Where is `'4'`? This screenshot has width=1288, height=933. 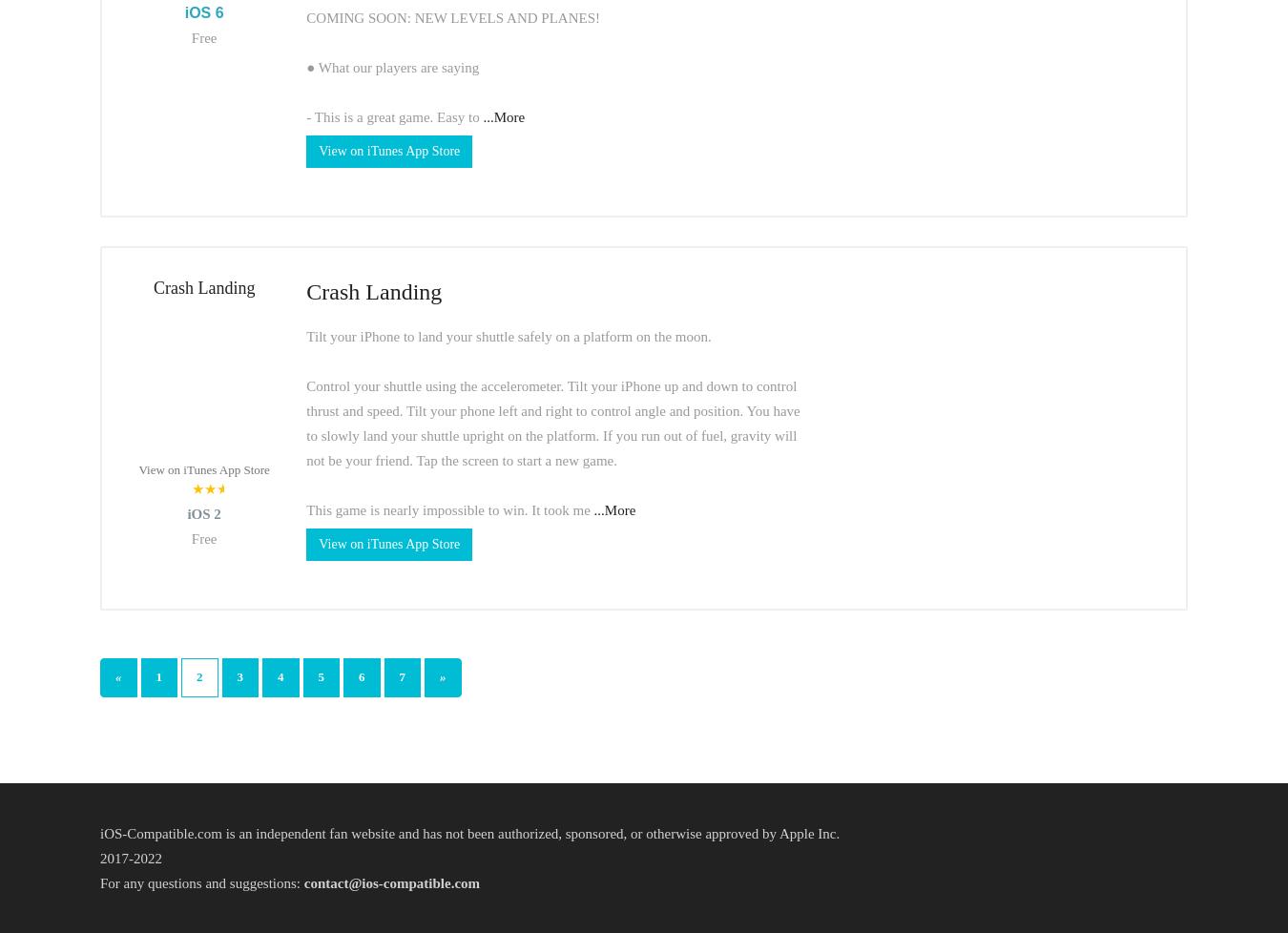 '4' is located at coordinates (280, 676).